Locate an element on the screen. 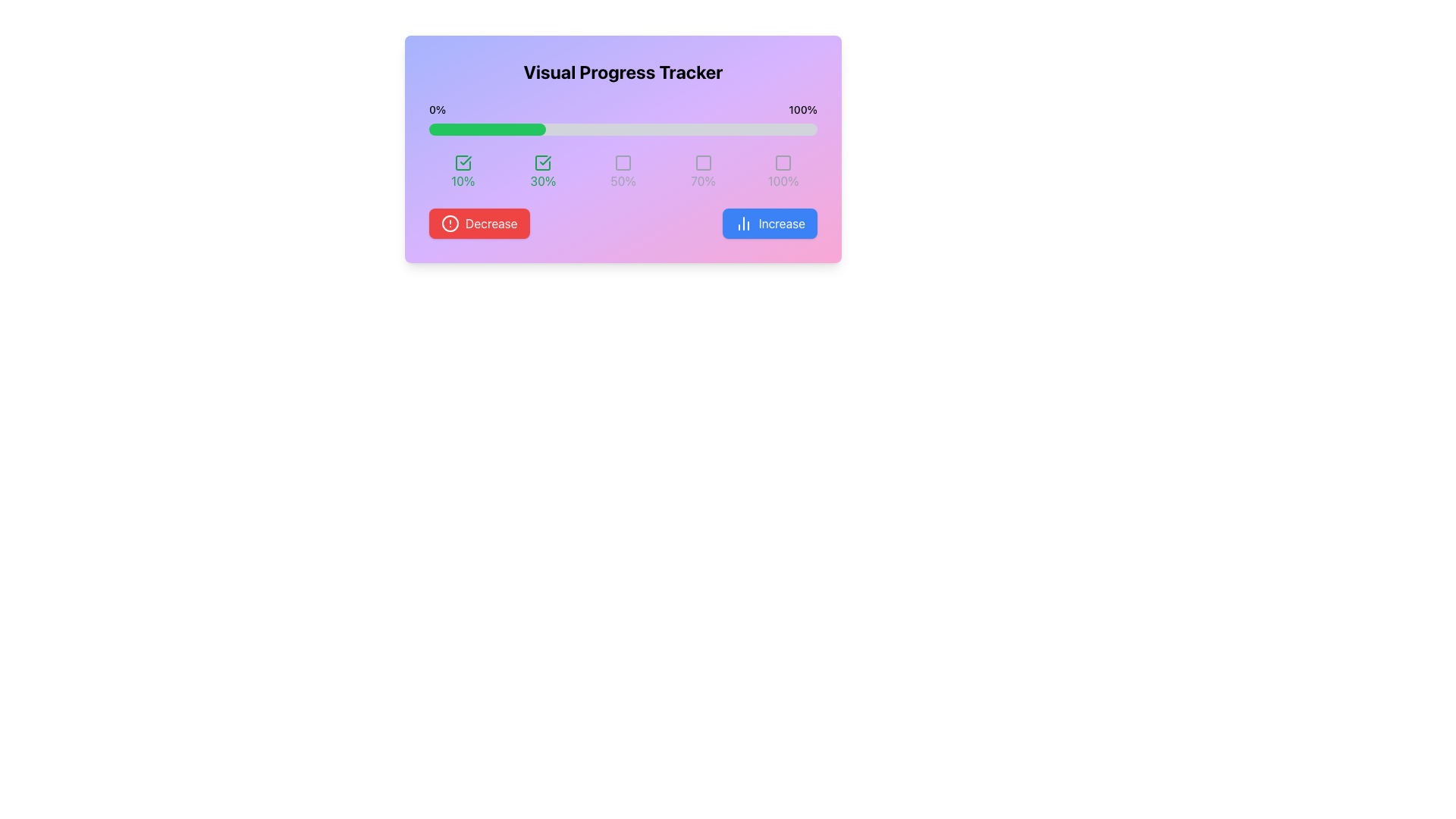 This screenshot has height=819, width=1456. the current progress state by interacting with the Progress Tracker Component located centrally in the interface is located at coordinates (623, 149).